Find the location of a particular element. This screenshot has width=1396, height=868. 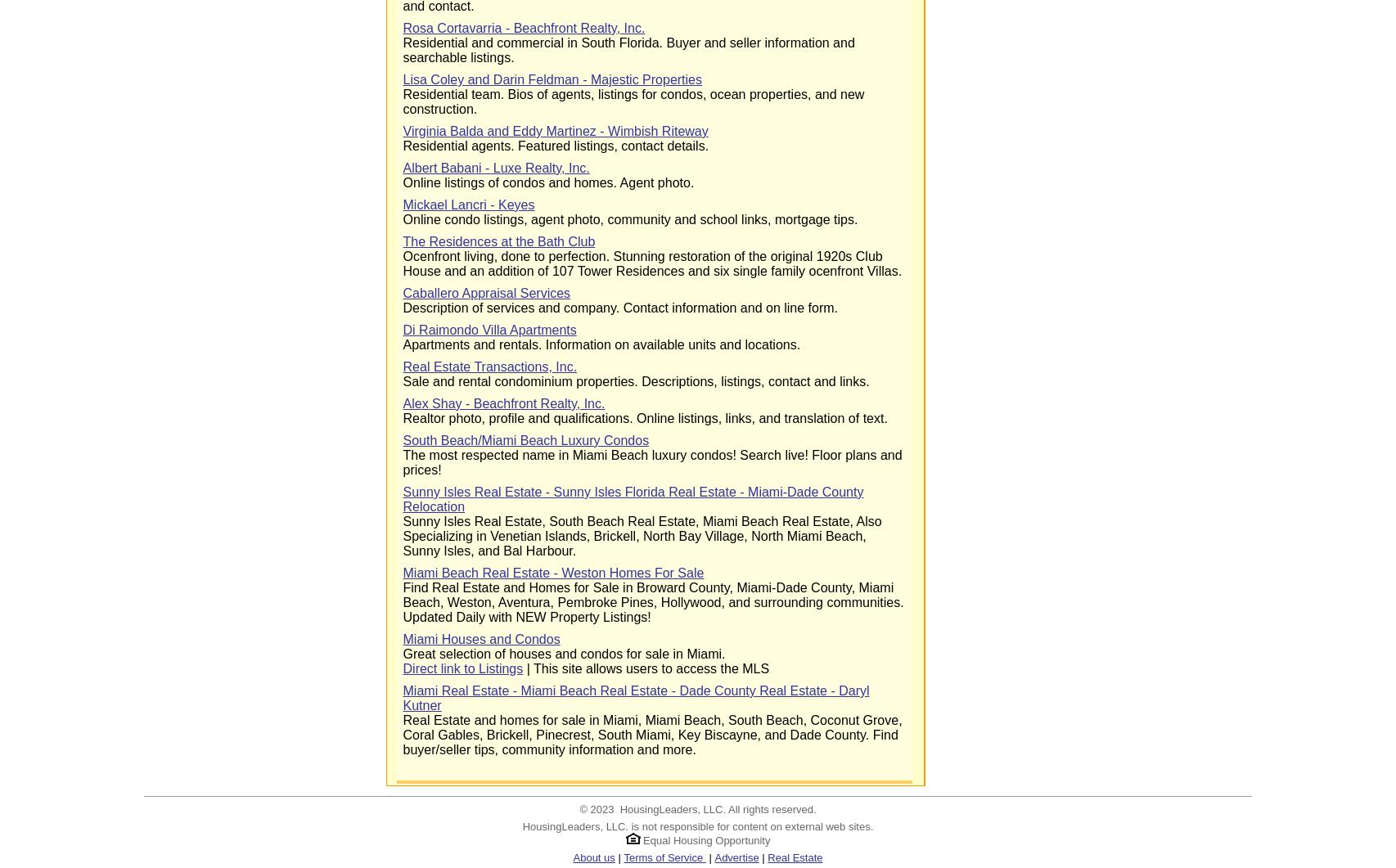

'Lisa Coley and Darin Feldman - Majestic Properties' is located at coordinates (402, 79).